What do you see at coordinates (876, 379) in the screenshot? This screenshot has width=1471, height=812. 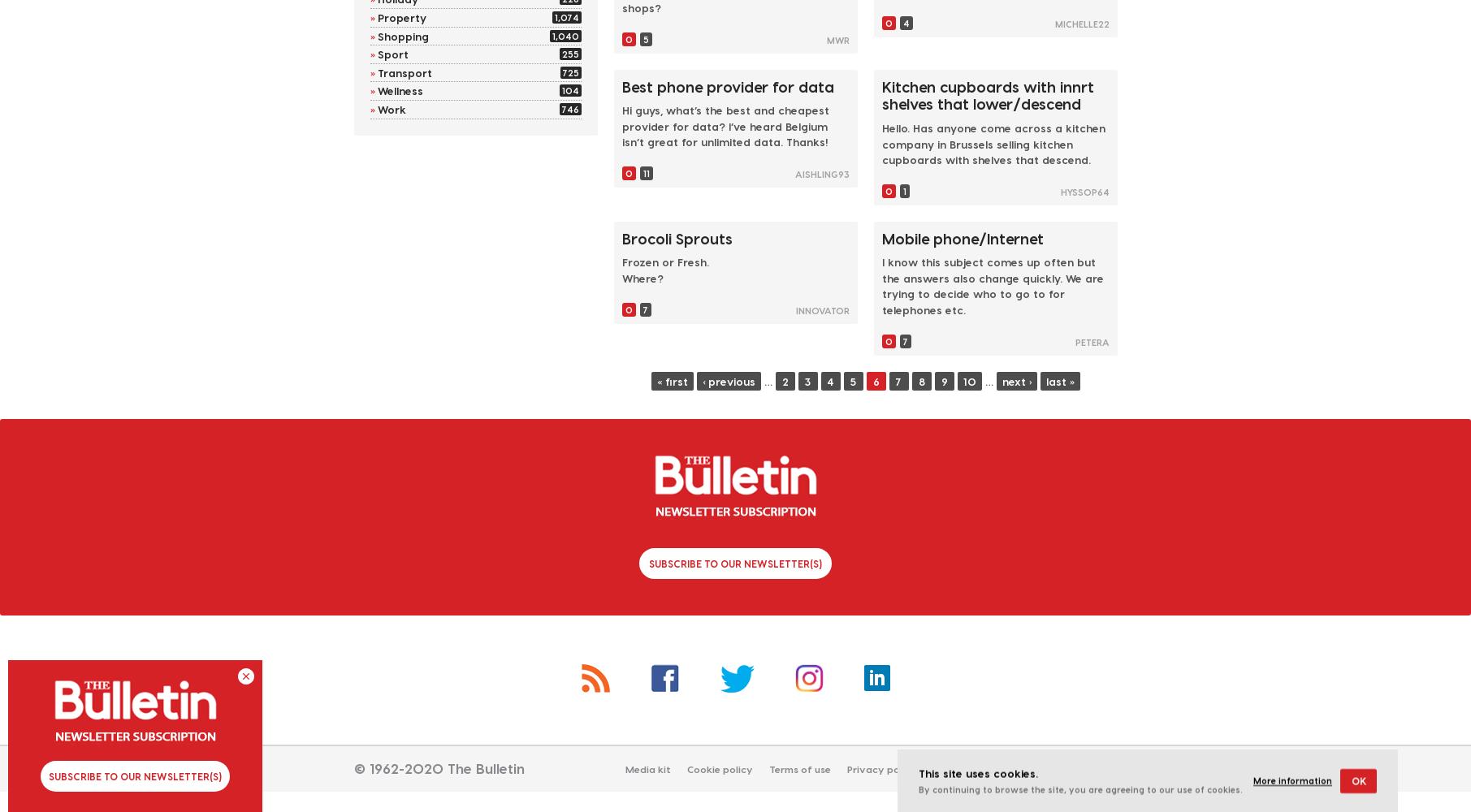 I see `'6'` at bounding box center [876, 379].